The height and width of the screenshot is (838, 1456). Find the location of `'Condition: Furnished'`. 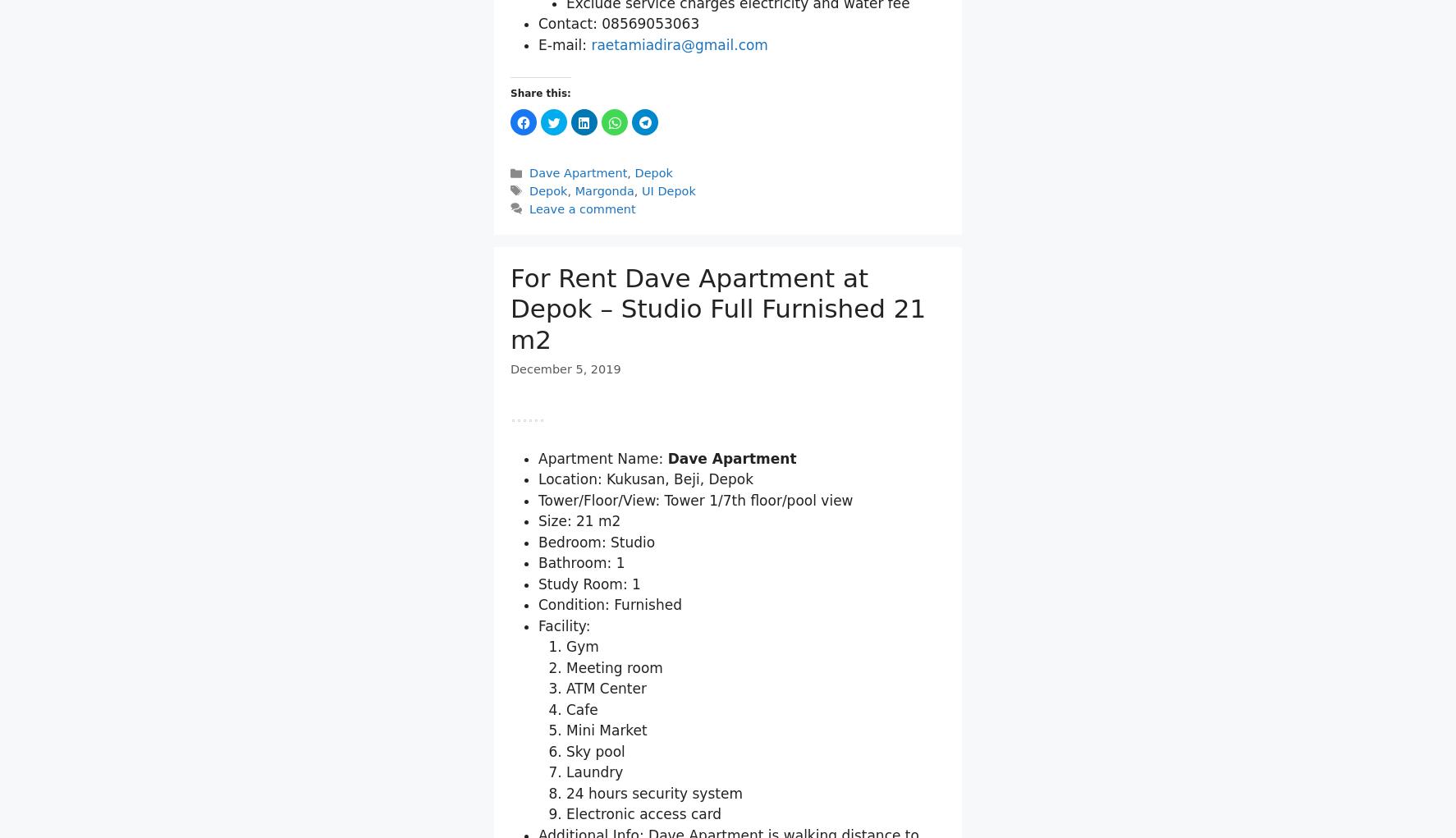

'Condition: Furnished' is located at coordinates (608, 794).